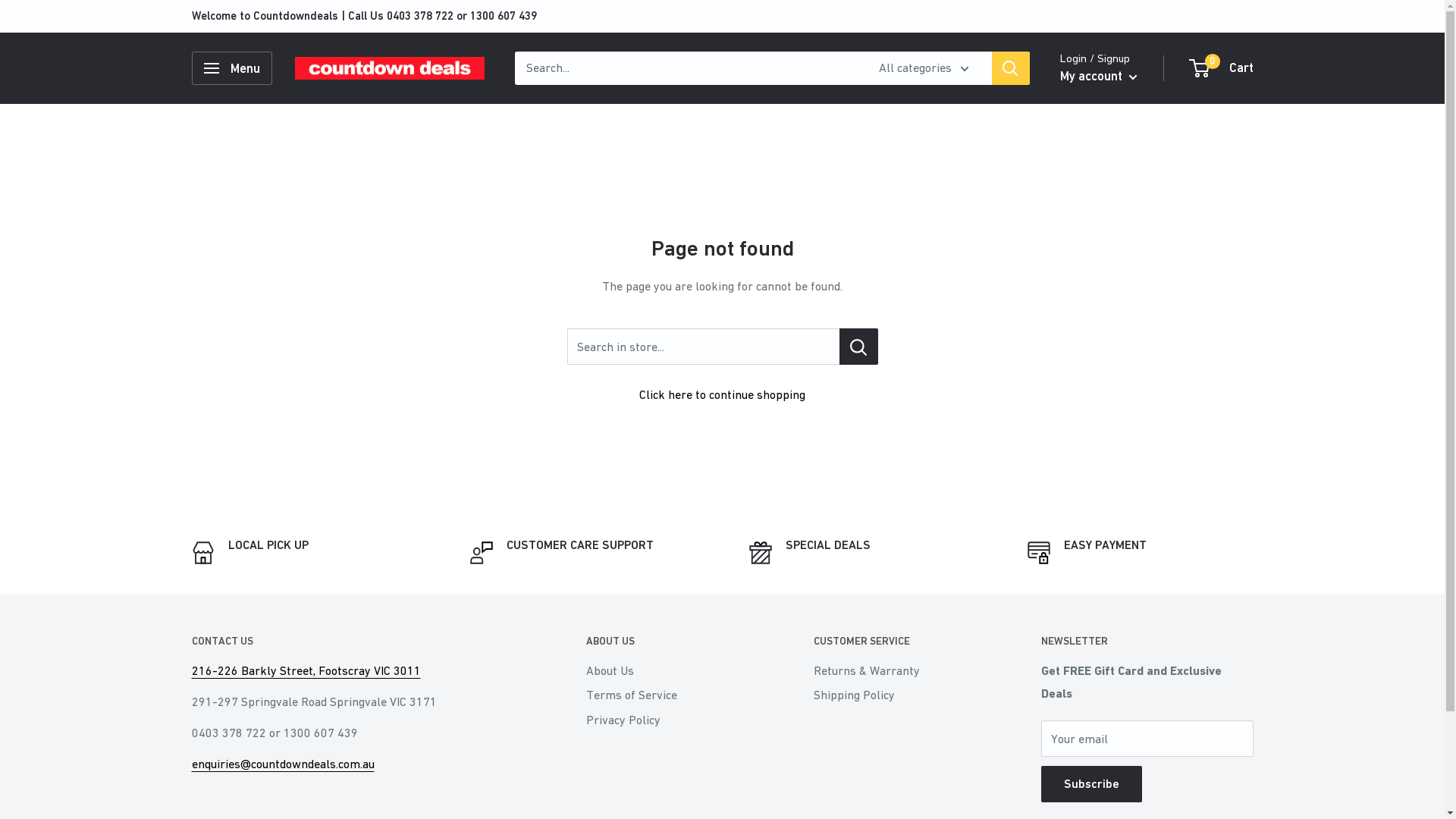 The width and height of the screenshot is (1456, 819). What do you see at coordinates (1099, 76) in the screenshot?
I see `'My account'` at bounding box center [1099, 76].